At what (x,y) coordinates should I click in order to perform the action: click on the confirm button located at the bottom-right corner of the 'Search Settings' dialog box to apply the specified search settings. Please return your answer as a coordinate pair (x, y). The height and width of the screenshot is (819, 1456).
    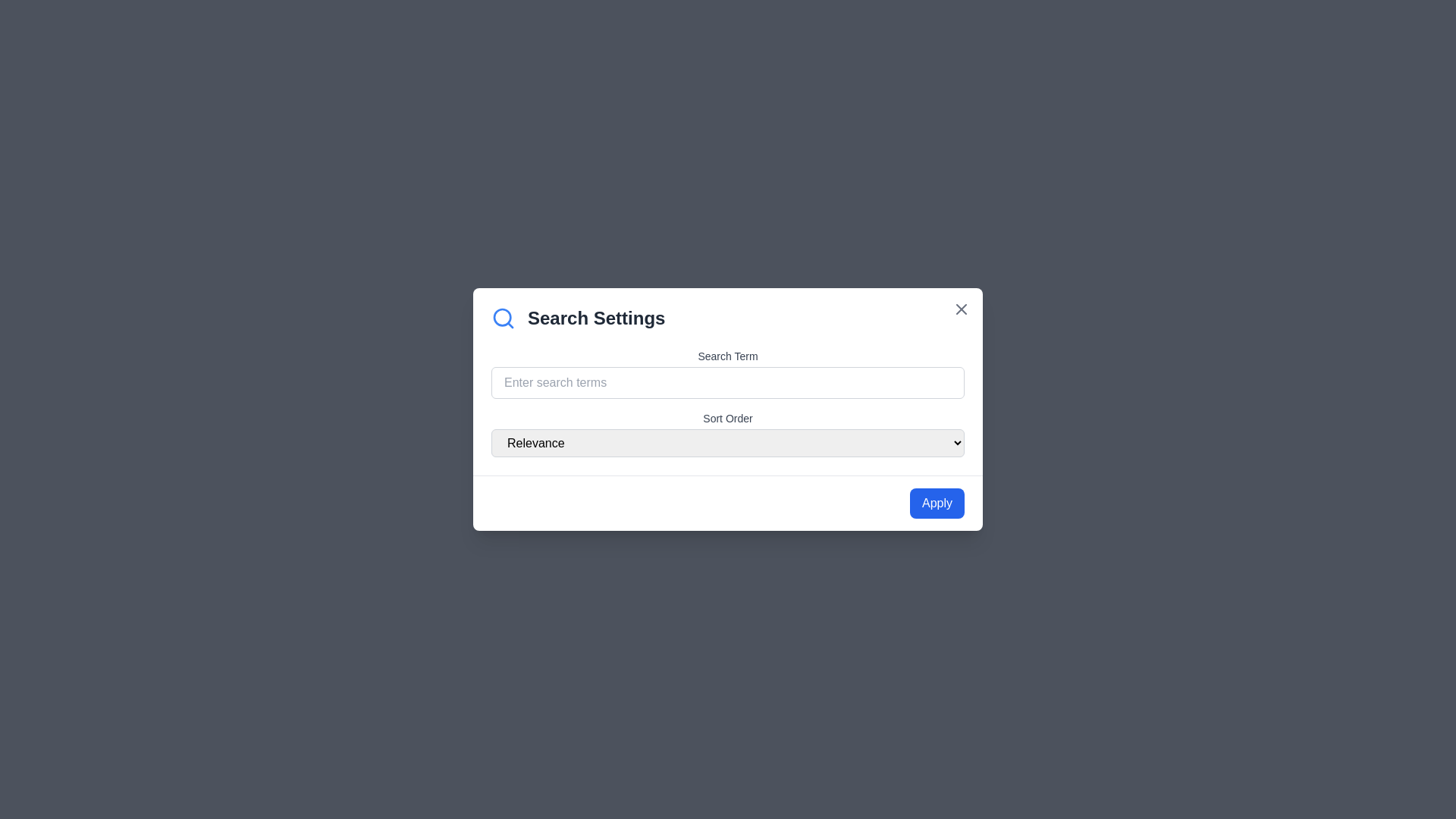
    Looking at the image, I should click on (936, 503).